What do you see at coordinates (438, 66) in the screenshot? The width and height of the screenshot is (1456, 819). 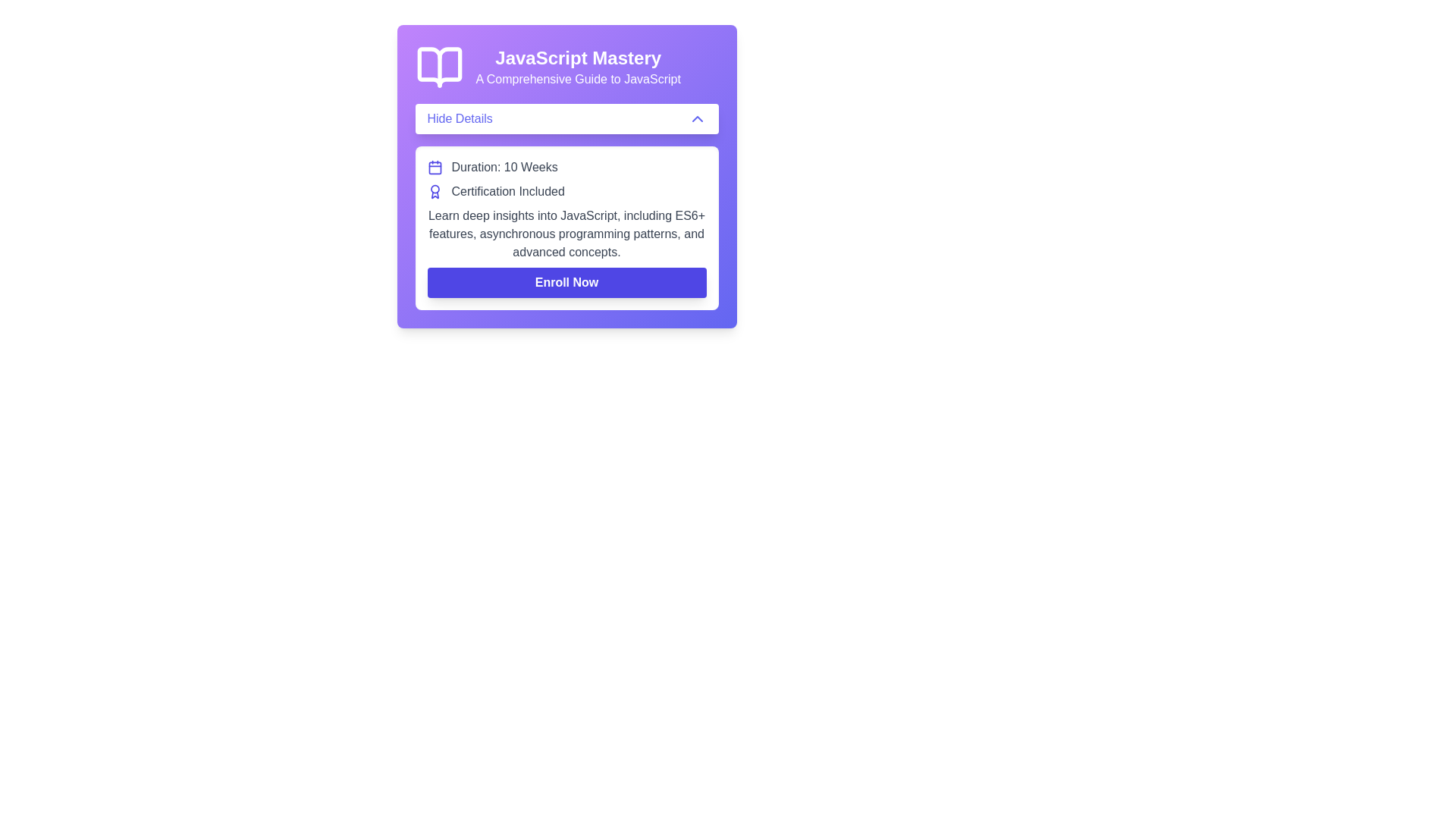 I see `the open book icon, which is outlined in white and located within a purple rectangular area to the left of the 'JavaScript Mastery' title and subtitle` at bounding box center [438, 66].